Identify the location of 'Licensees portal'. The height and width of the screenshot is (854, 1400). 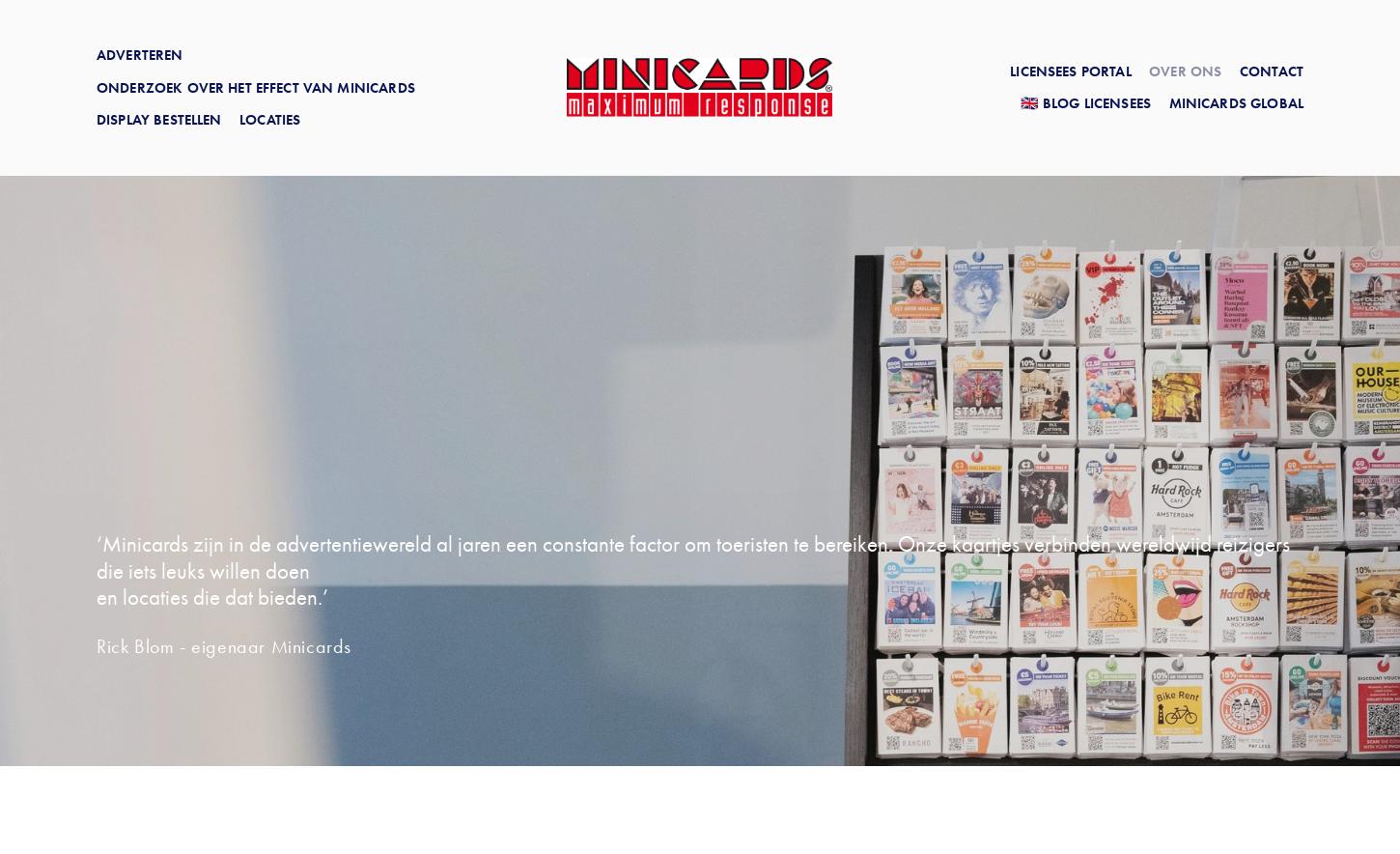
(1069, 70).